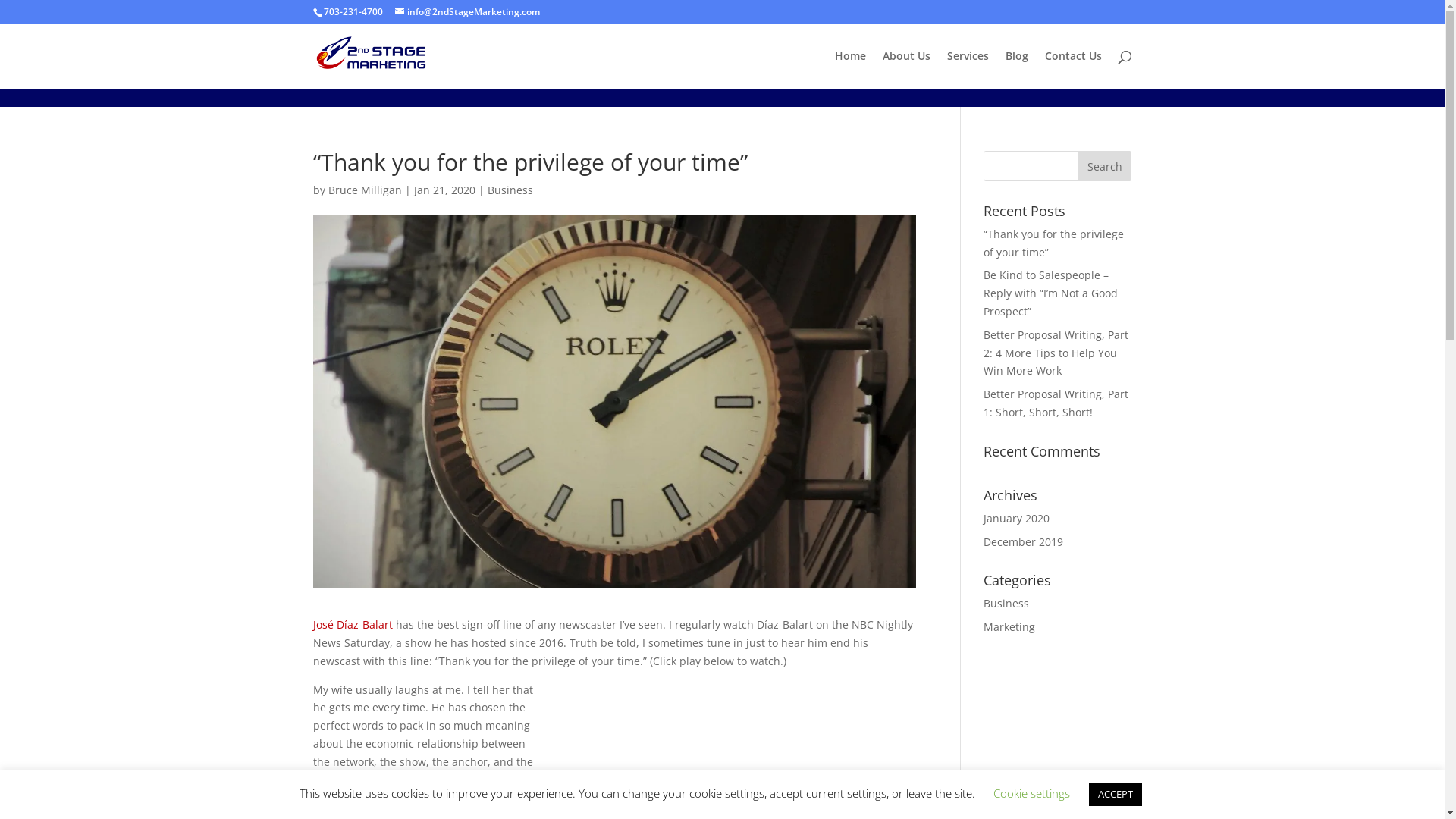 Image resolution: width=1456 pixels, height=819 pixels. What do you see at coordinates (466, 11) in the screenshot?
I see `'info@2ndStageMarketing.com'` at bounding box center [466, 11].